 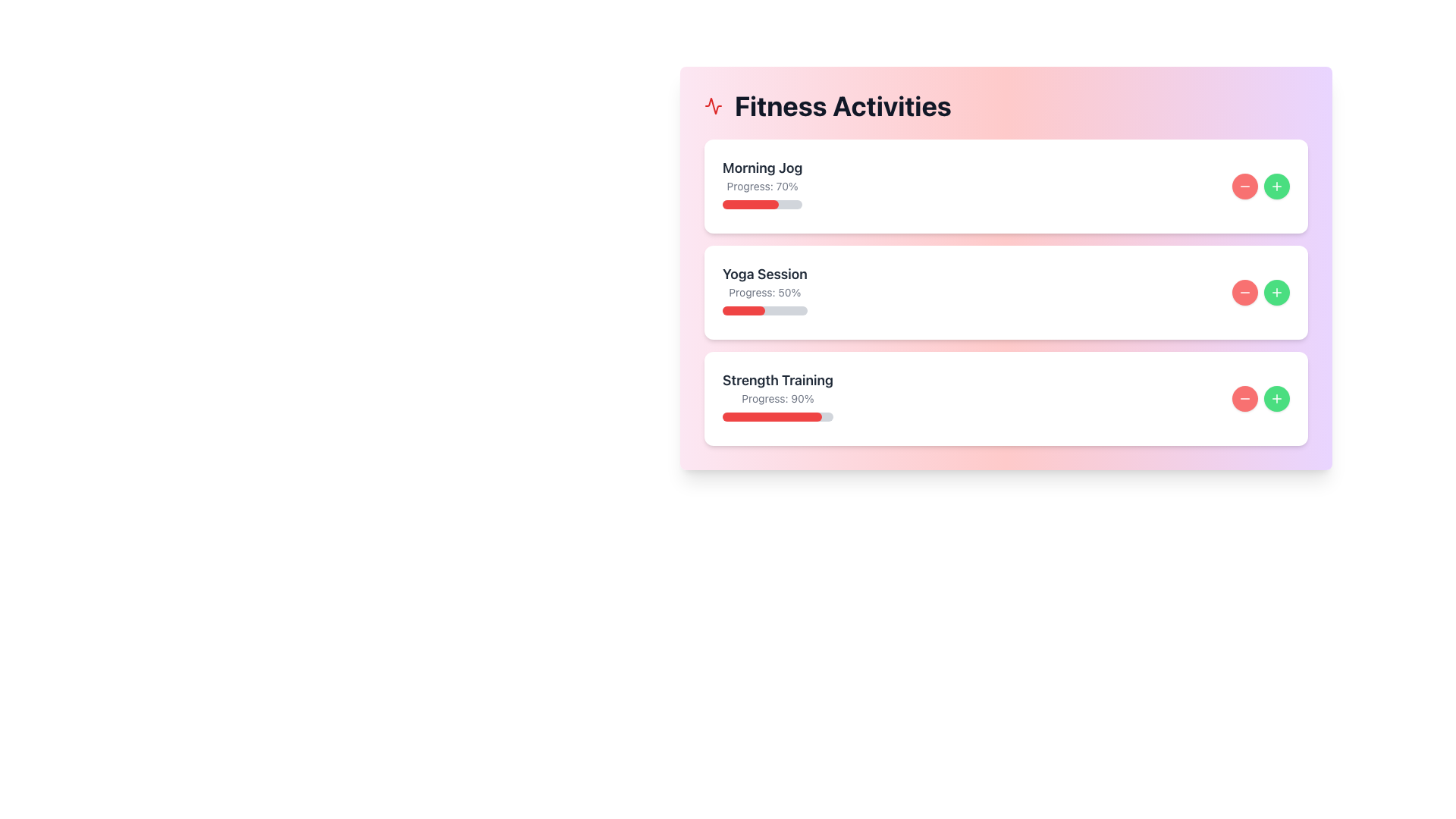 I want to click on the circular green button with a plus icon in the Strength Training section, so click(x=1276, y=397).